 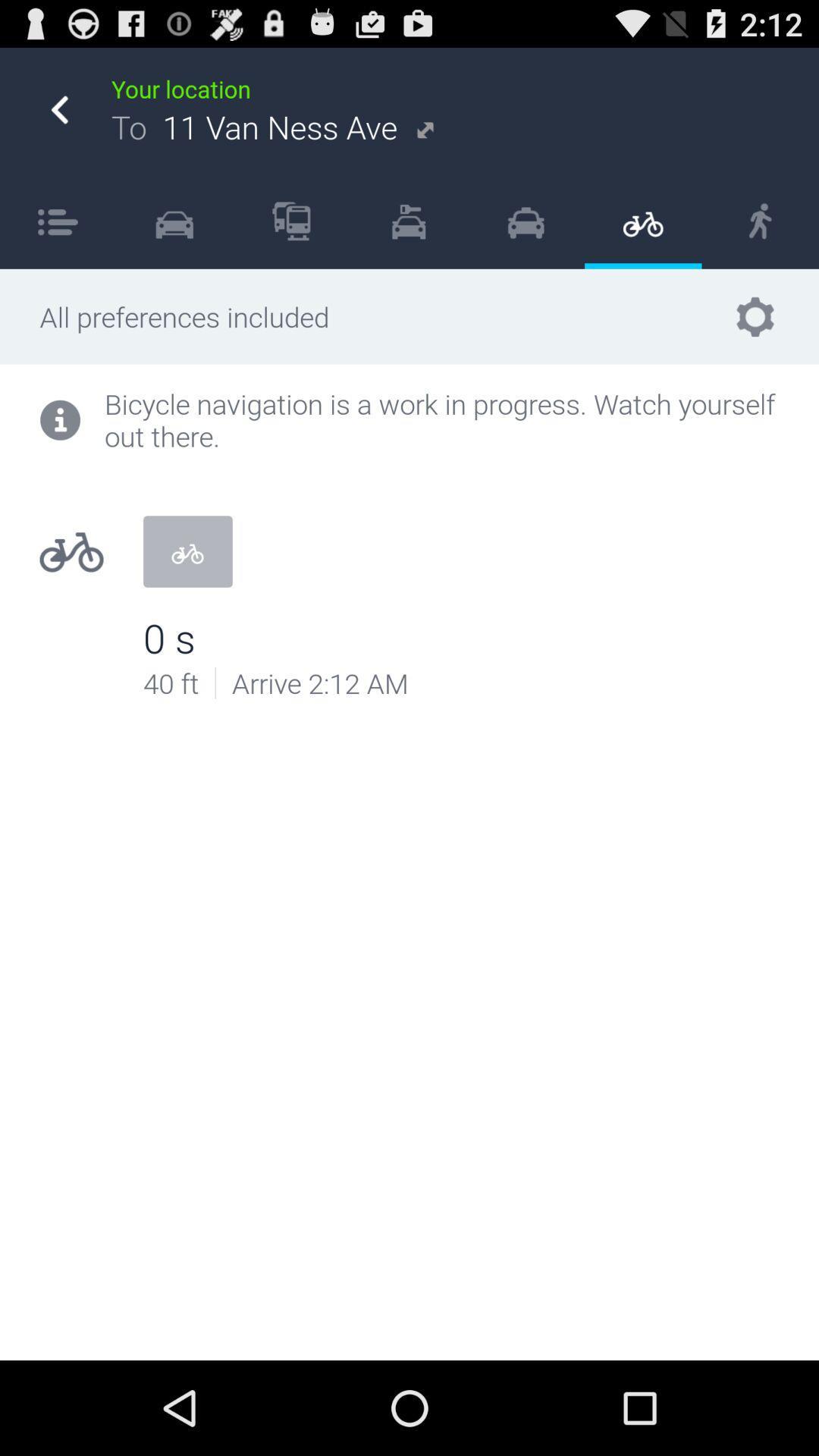 I want to click on the icon next to the 40 ft item, so click(x=215, y=682).